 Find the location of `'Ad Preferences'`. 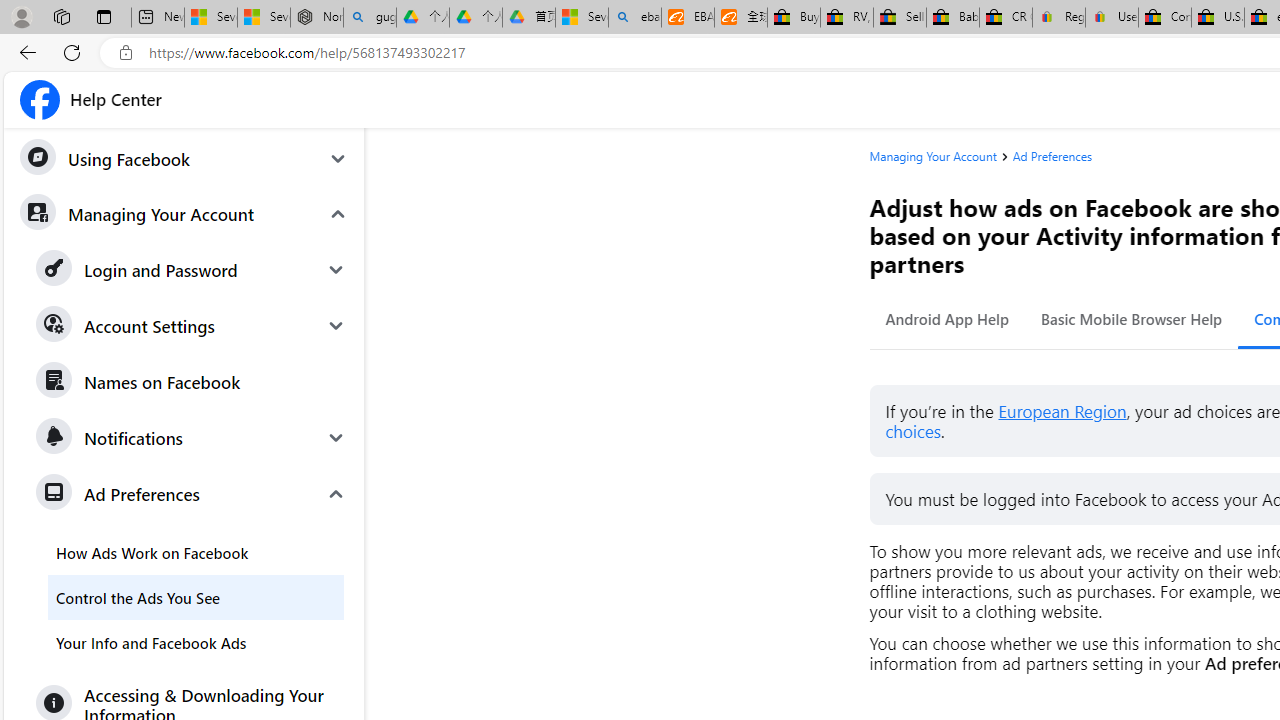

'Ad Preferences' is located at coordinates (1051, 155).